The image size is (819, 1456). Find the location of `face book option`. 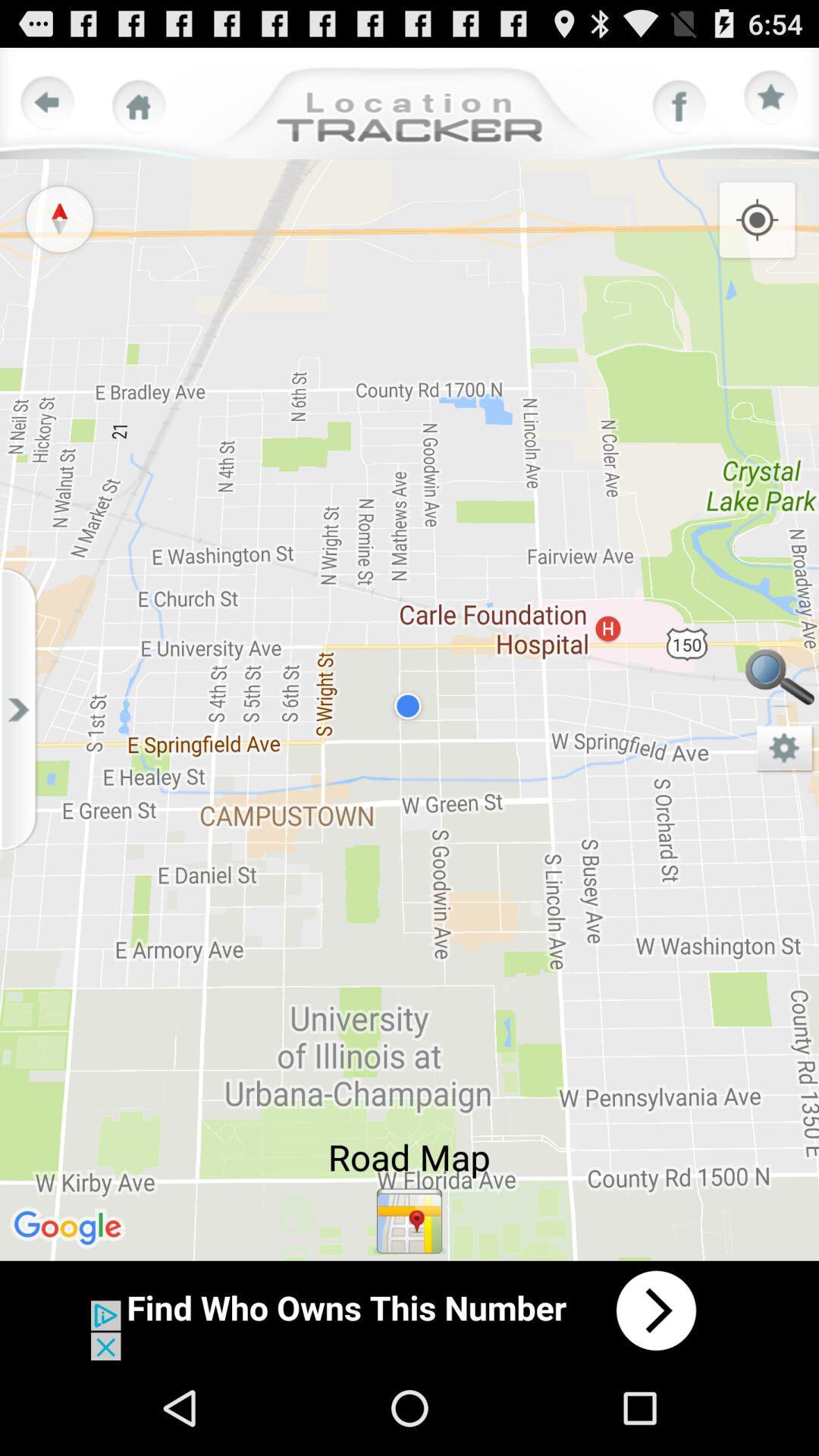

face book option is located at coordinates (679, 106).